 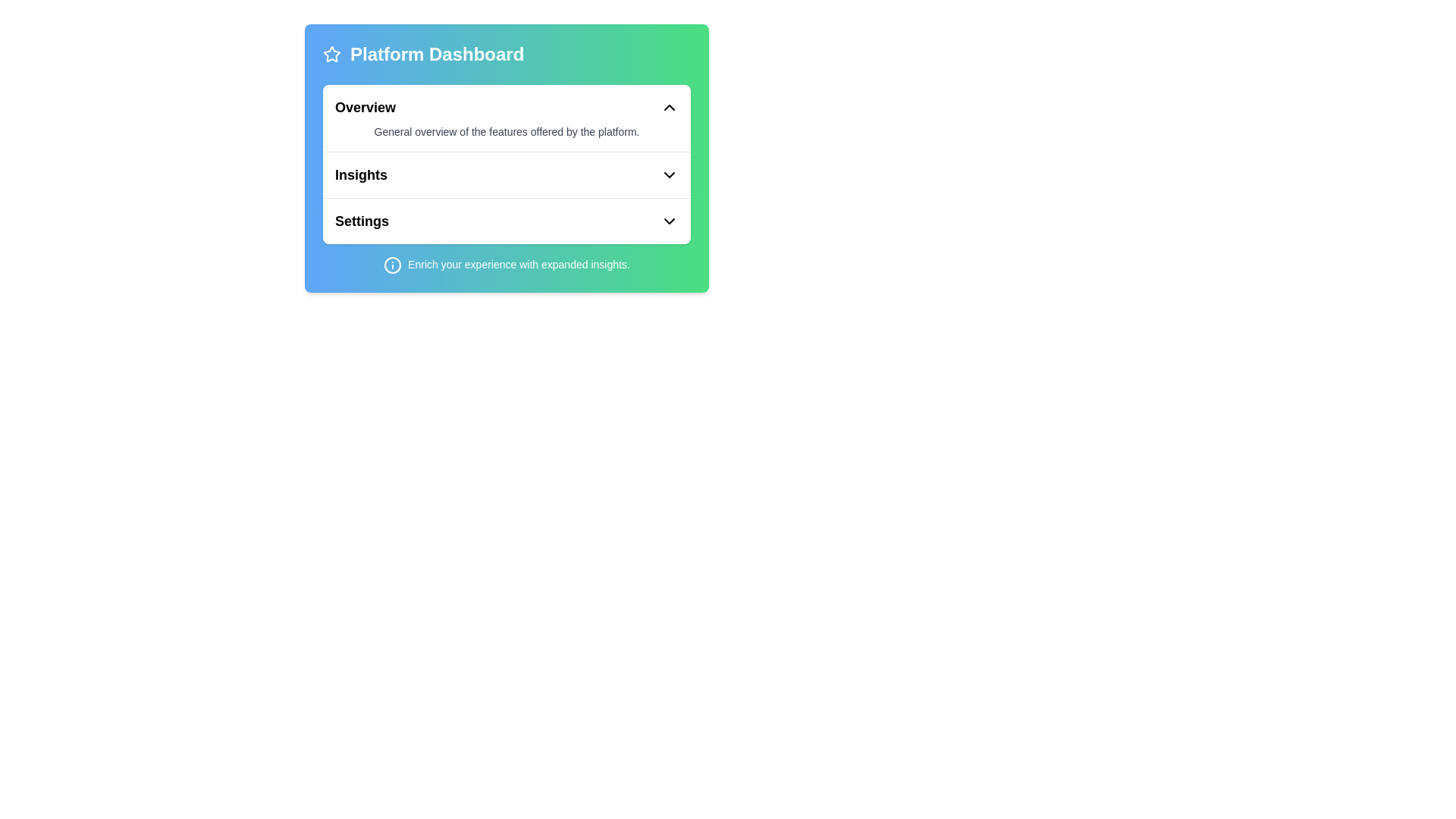 I want to click on the Button with an attached dropdown arrow located as the third item in a vertical sequence within a white card on the 'Platform Dashboard', below the 'Insights' section, so click(x=507, y=221).